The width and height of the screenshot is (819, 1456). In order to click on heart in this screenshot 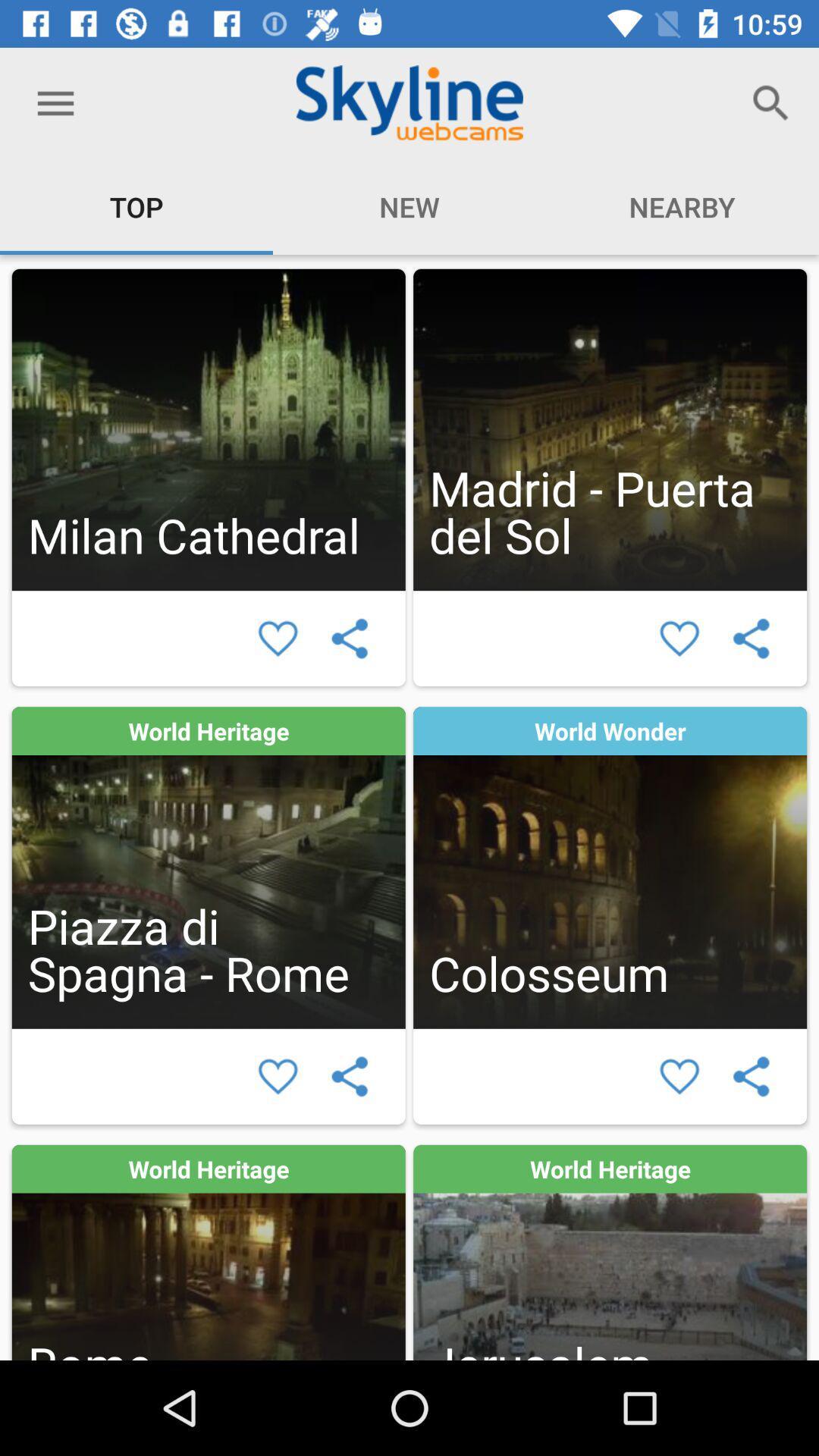, I will do `click(679, 1075)`.